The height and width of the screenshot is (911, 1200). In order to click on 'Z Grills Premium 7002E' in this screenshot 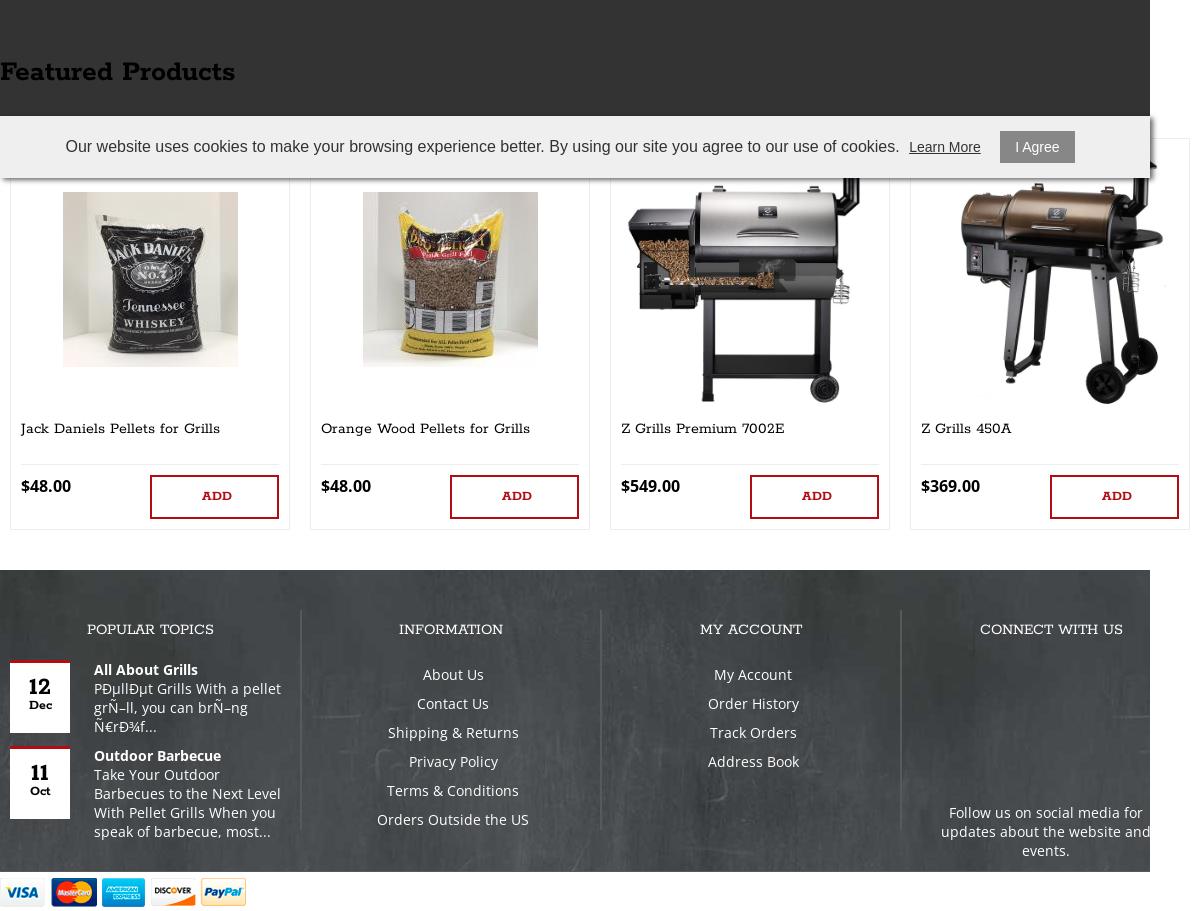, I will do `click(621, 428)`.